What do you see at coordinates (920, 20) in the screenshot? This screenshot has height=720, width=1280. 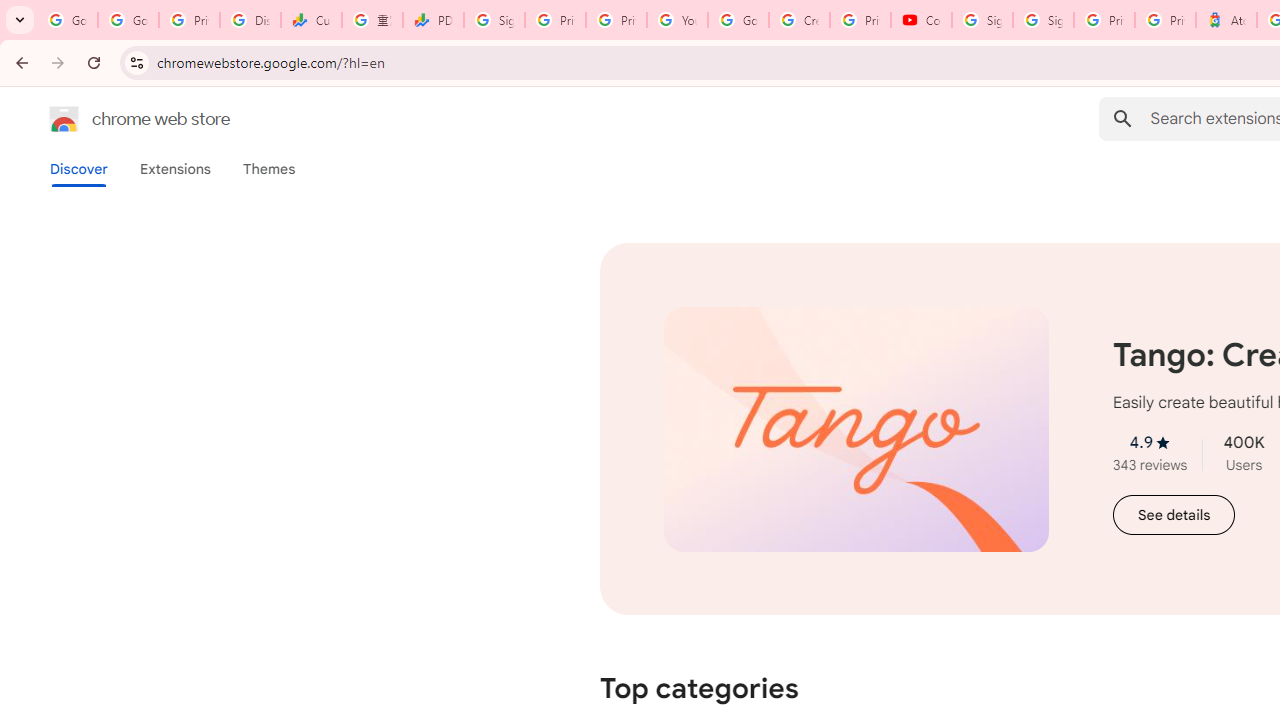 I see `'Content Creator Programs & Opportunities - YouTube Creators'` at bounding box center [920, 20].